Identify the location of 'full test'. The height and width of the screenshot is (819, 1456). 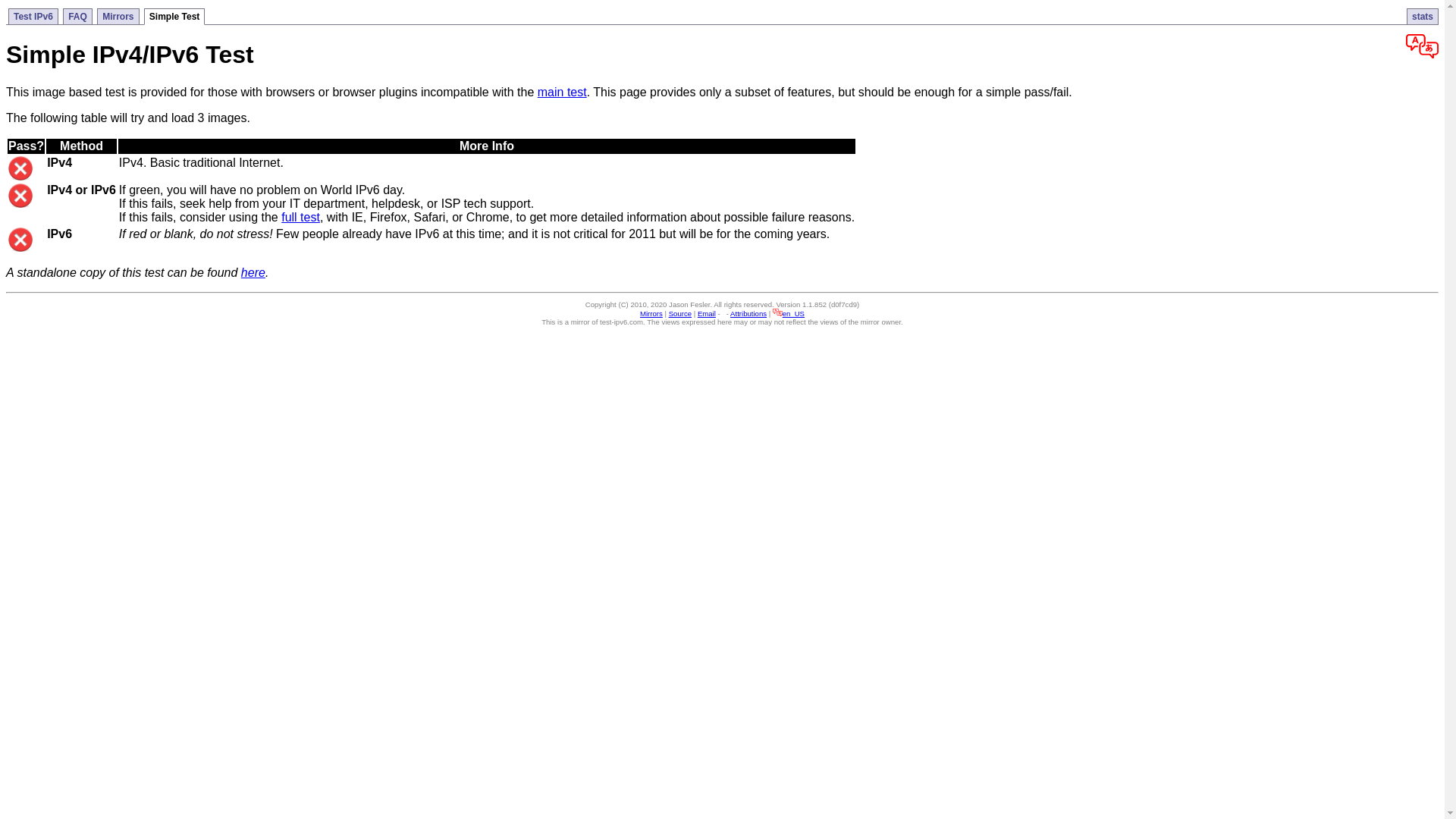
(300, 217).